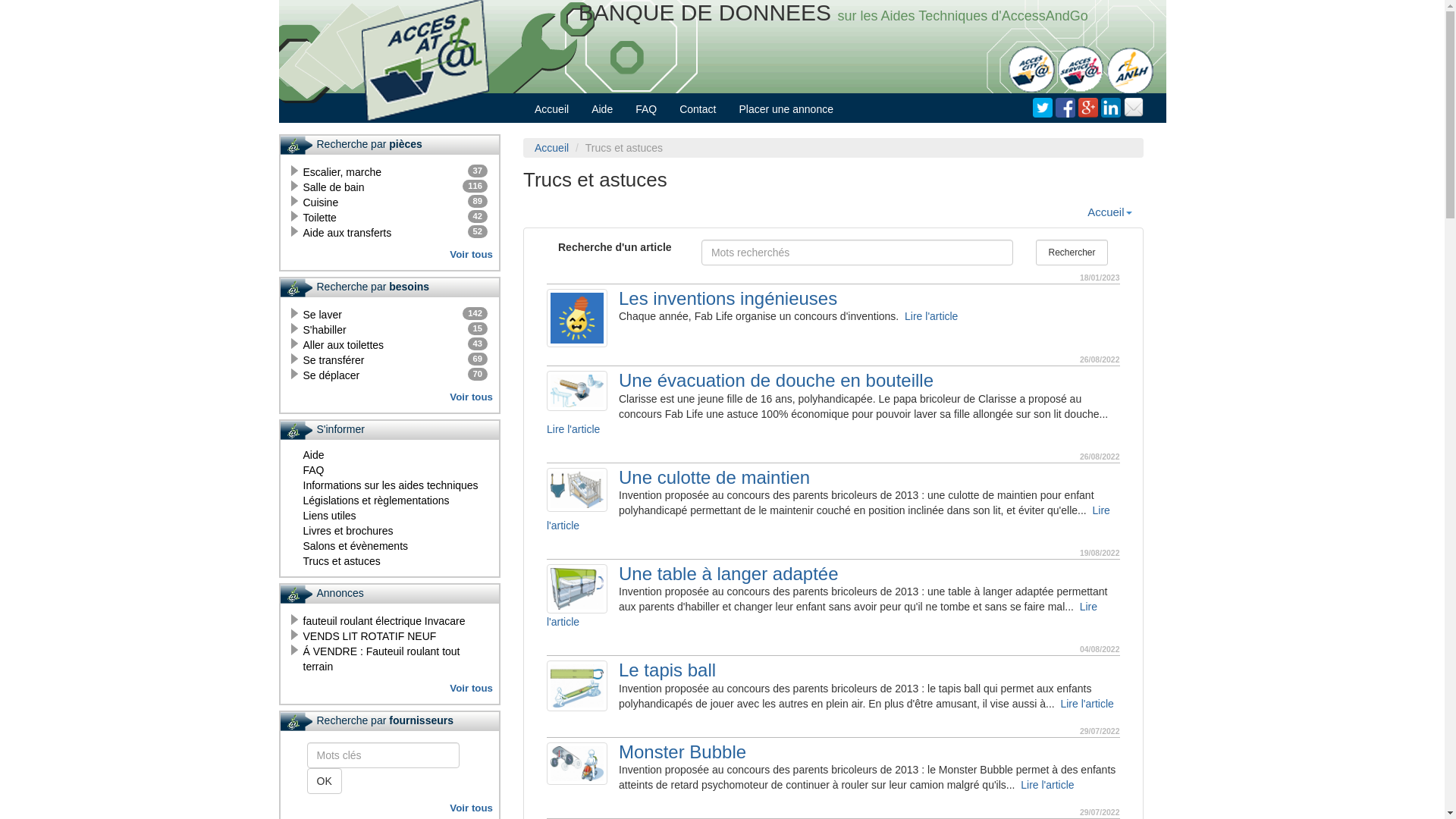 This screenshot has width=1456, height=819. Describe the element at coordinates (303, 186) in the screenshot. I see `'116` at that location.